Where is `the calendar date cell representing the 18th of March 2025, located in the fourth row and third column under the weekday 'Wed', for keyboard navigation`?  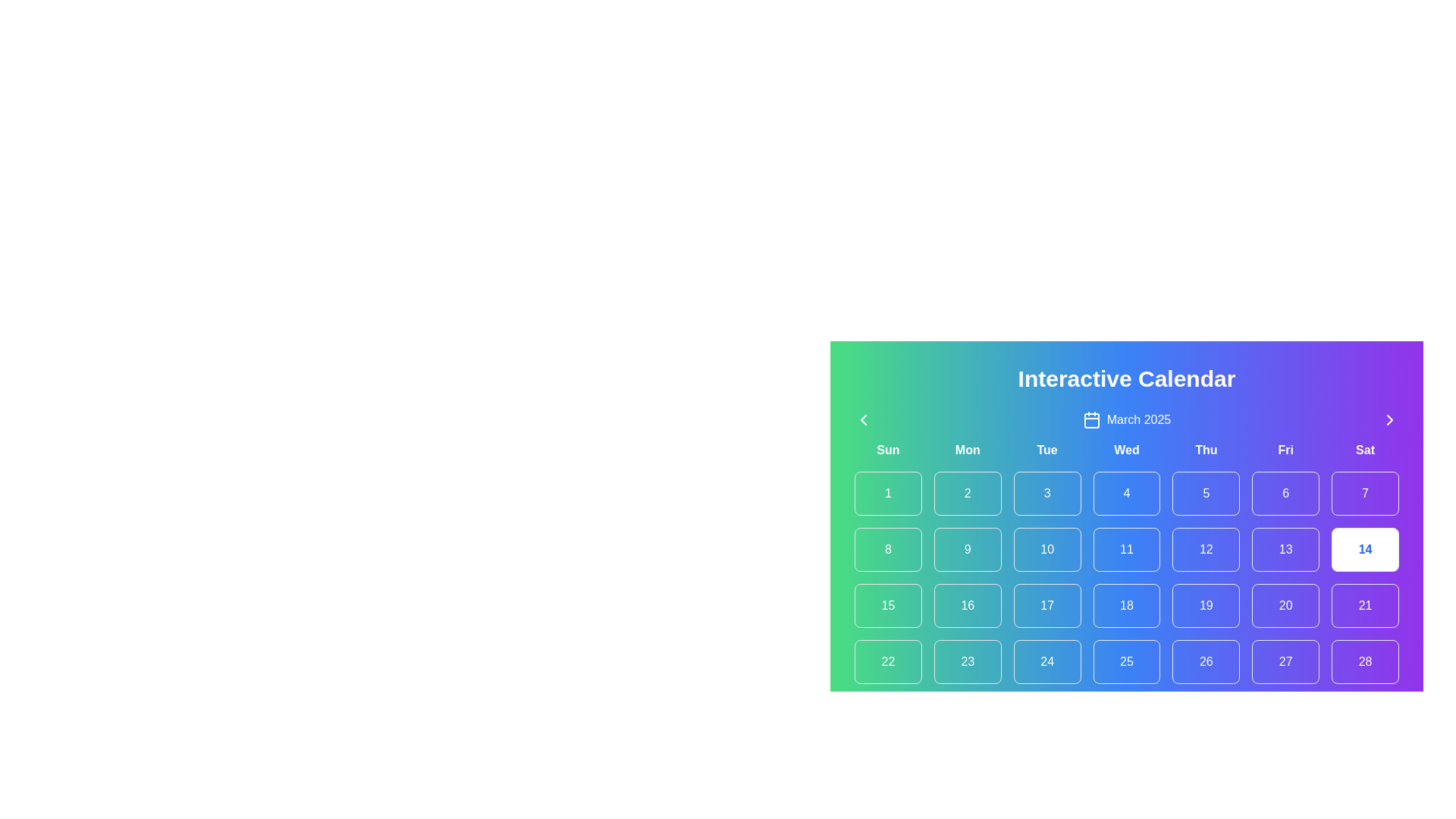
the calendar date cell representing the 18th of March 2025, located in the fourth row and third column under the weekday 'Wed', for keyboard navigation is located at coordinates (1127, 590).